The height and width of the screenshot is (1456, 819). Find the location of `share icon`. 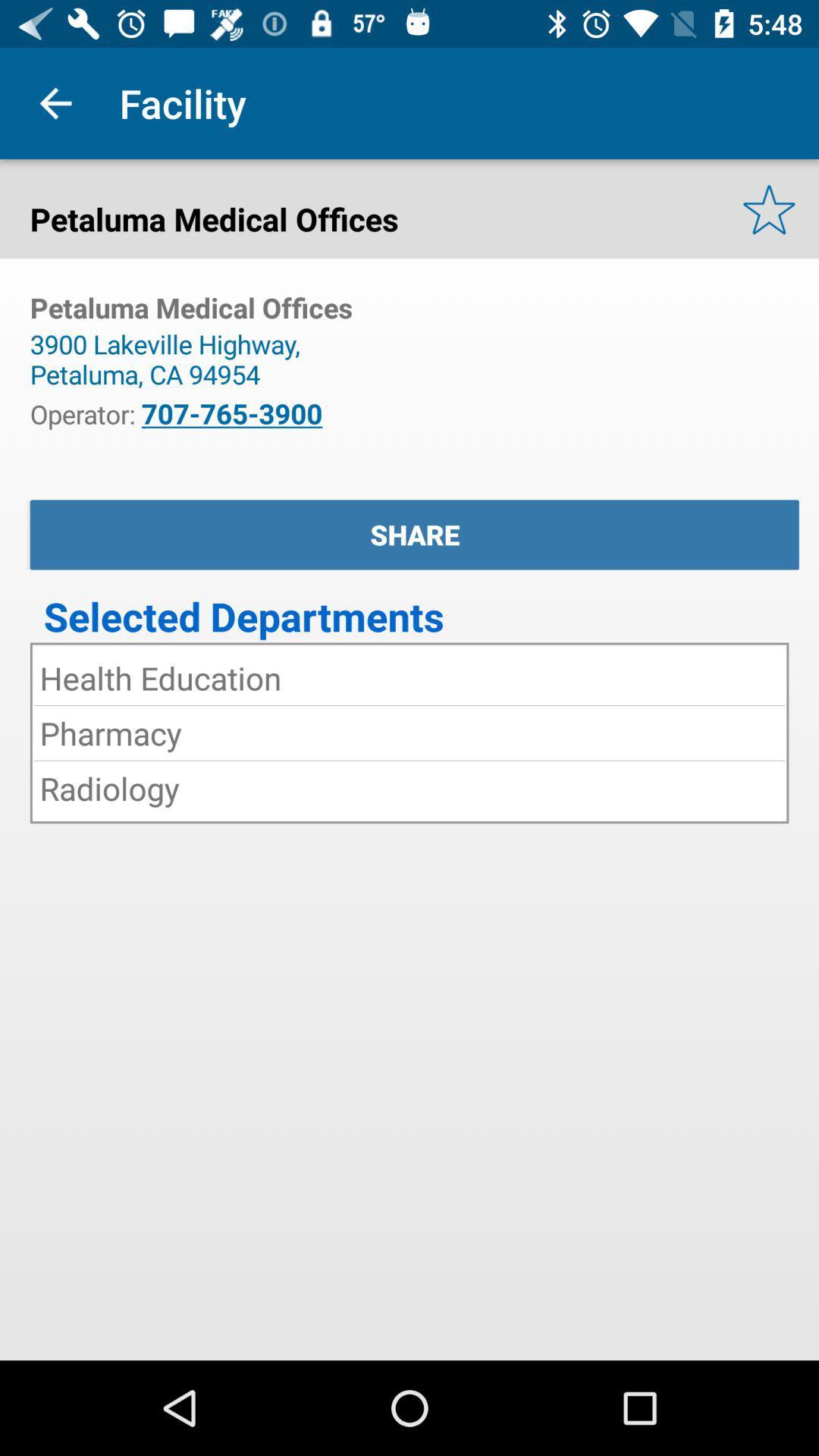

share icon is located at coordinates (414, 535).